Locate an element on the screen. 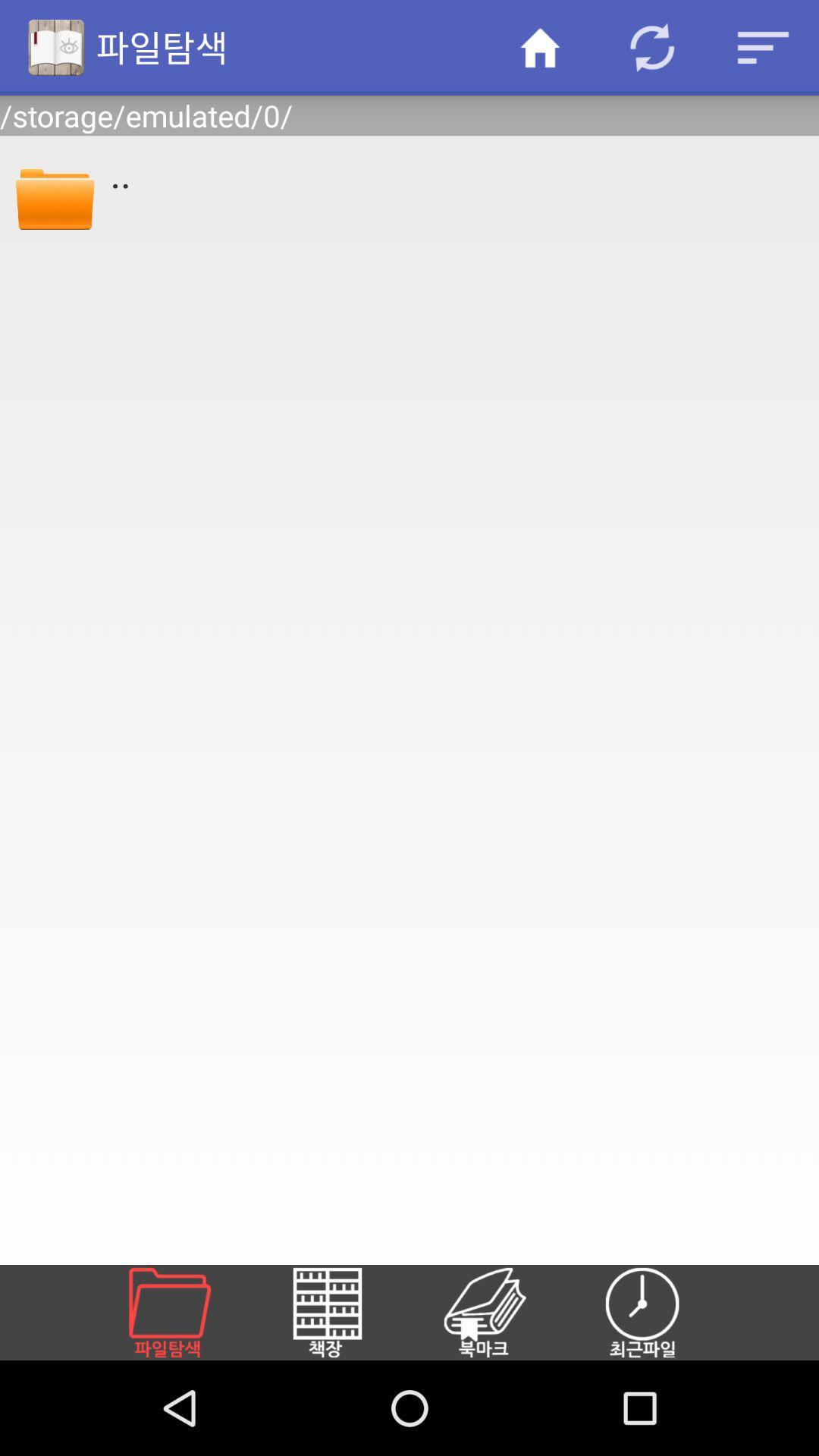 The width and height of the screenshot is (819, 1456). icon below .. icon is located at coordinates (187, 1312).